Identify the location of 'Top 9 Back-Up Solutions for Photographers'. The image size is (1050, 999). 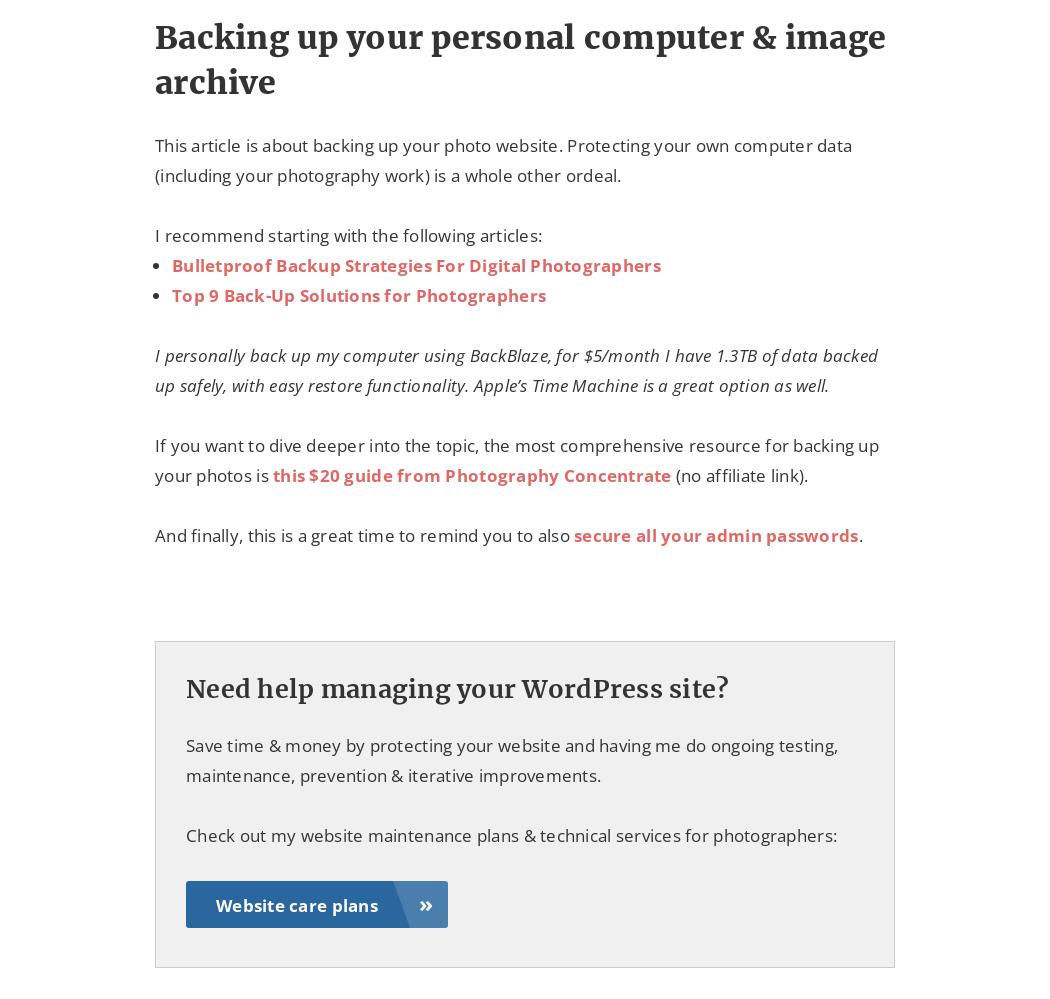
(357, 294).